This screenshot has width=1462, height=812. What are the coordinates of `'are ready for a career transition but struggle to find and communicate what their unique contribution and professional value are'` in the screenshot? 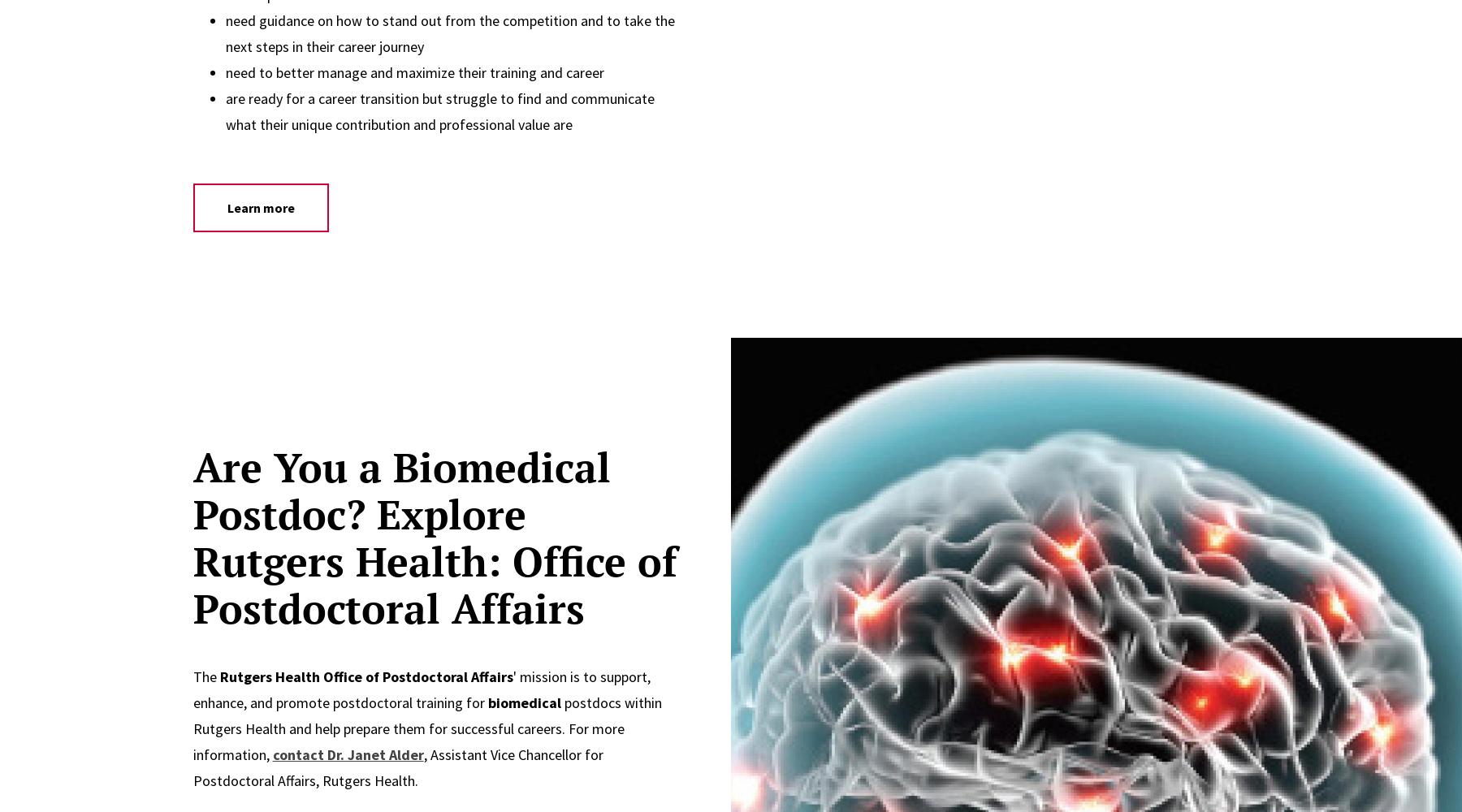 It's located at (224, 111).